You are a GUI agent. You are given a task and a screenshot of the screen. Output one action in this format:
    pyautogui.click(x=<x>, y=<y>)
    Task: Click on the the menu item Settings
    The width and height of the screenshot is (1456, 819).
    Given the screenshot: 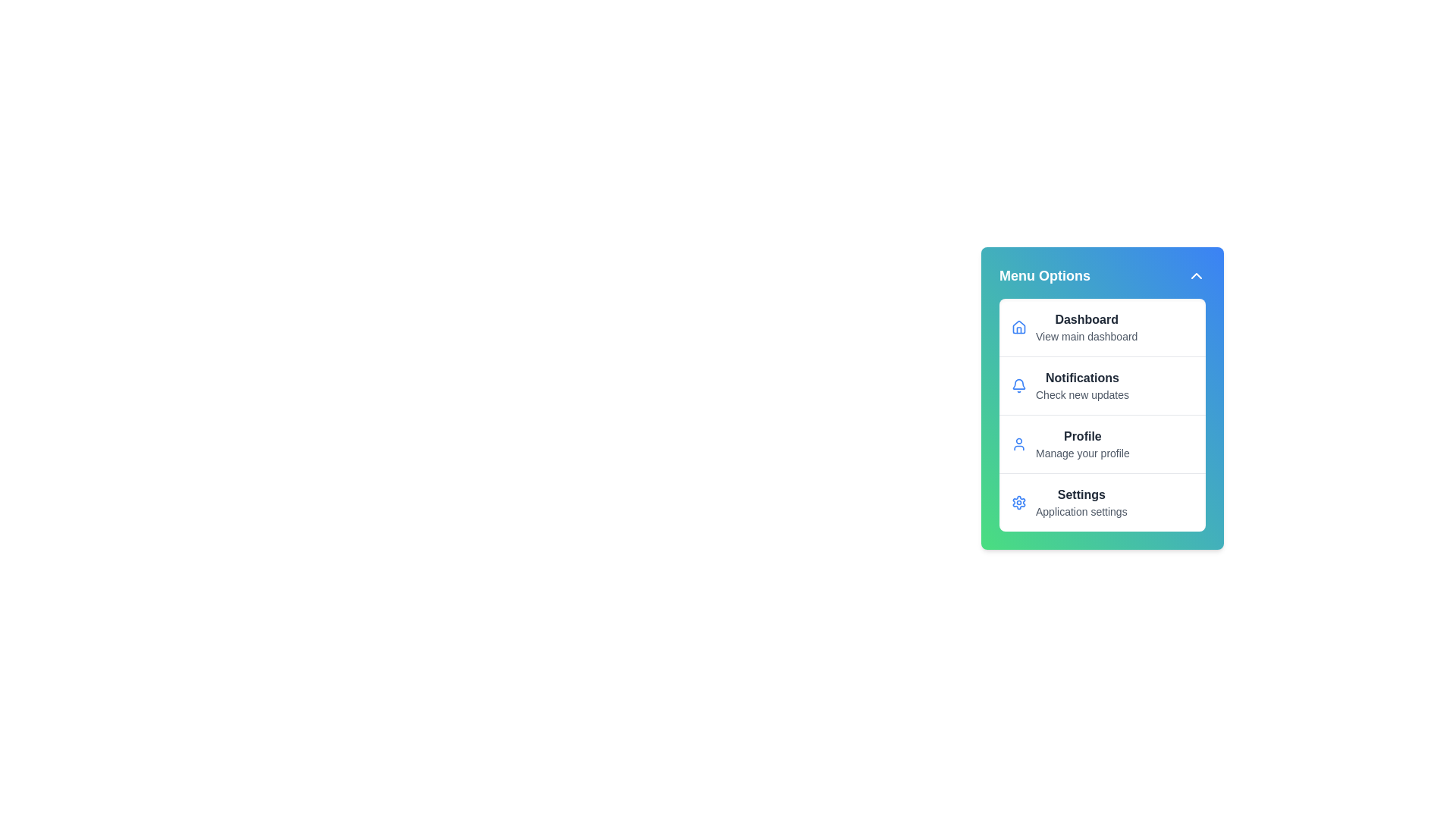 What is the action you would take?
    pyautogui.click(x=1103, y=502)
    